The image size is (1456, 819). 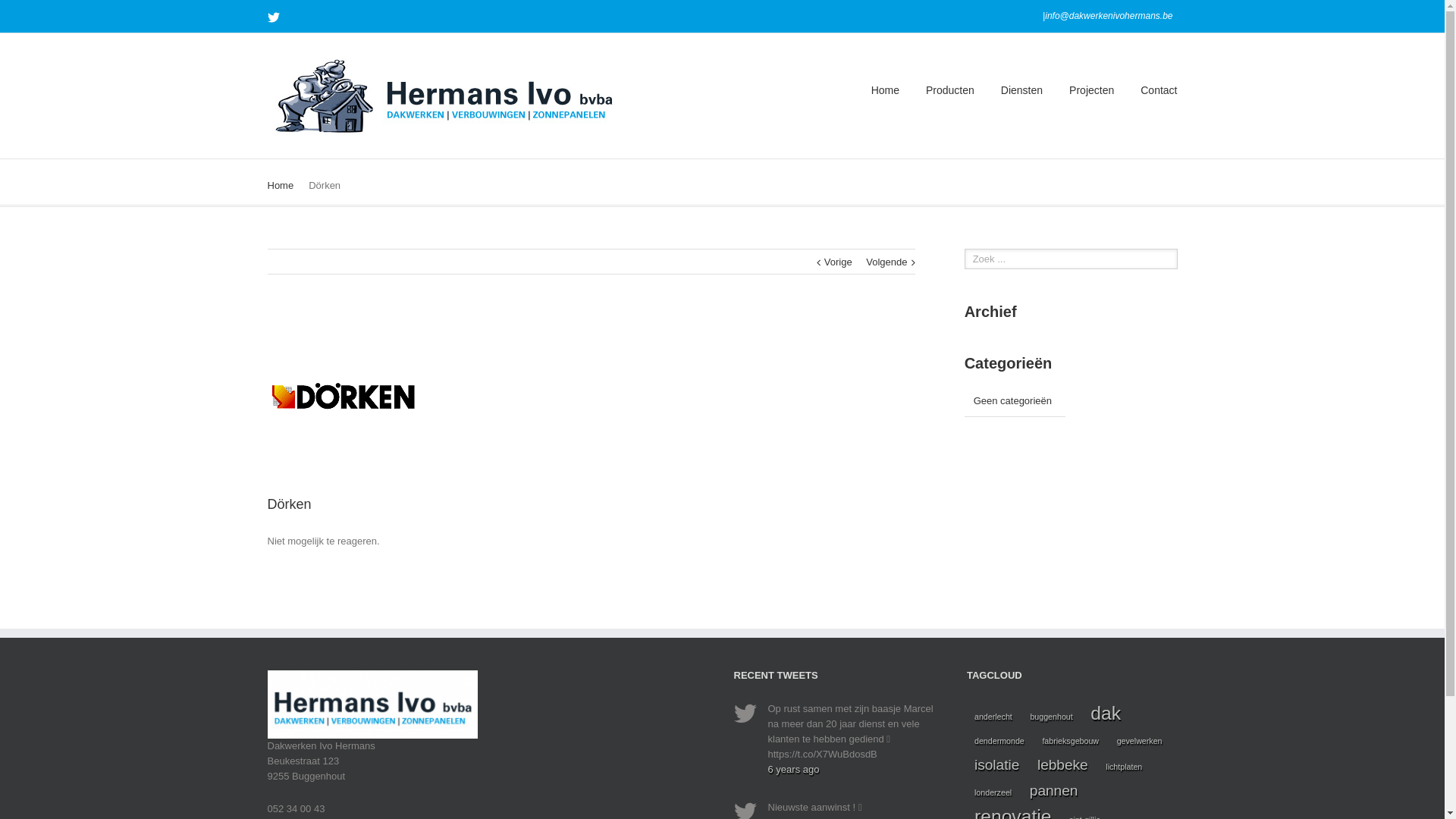 I want to click on 'Home', so click(x=266, y=184).